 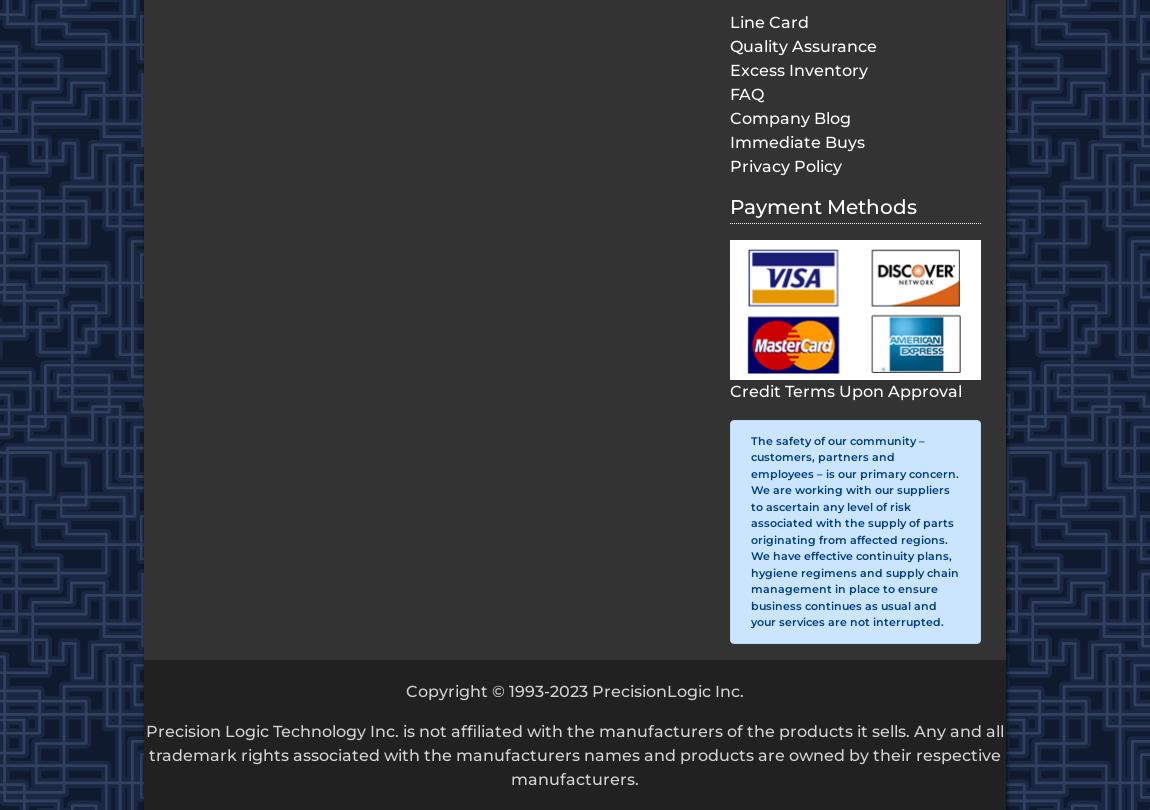 I want to click on 'FAQ', so click(x=746, y=94).